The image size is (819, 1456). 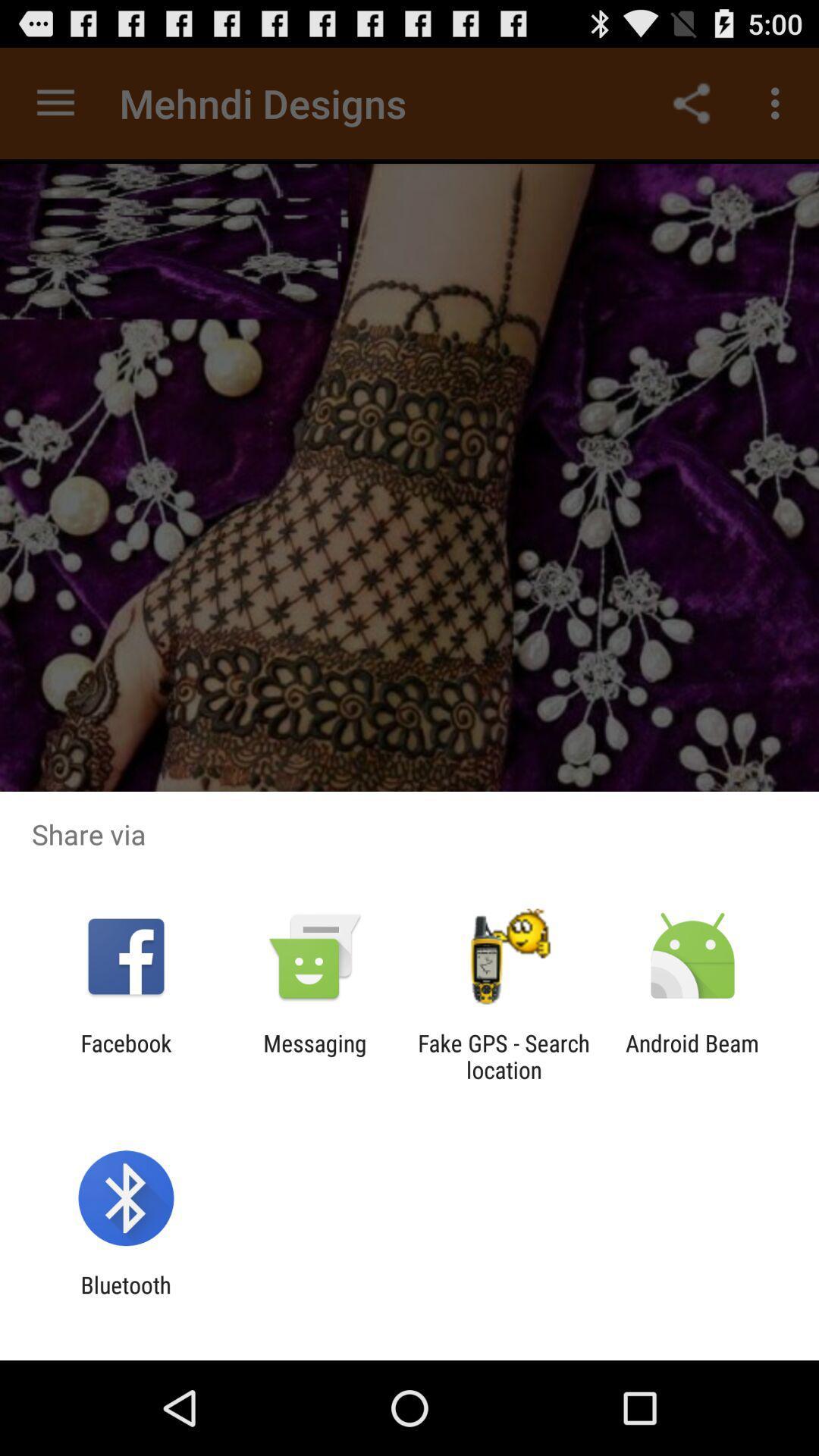 What do you see at coordinates (692, 1056) in the screenshot?
I see `the android beam app` at bounding box center [692, 1056].